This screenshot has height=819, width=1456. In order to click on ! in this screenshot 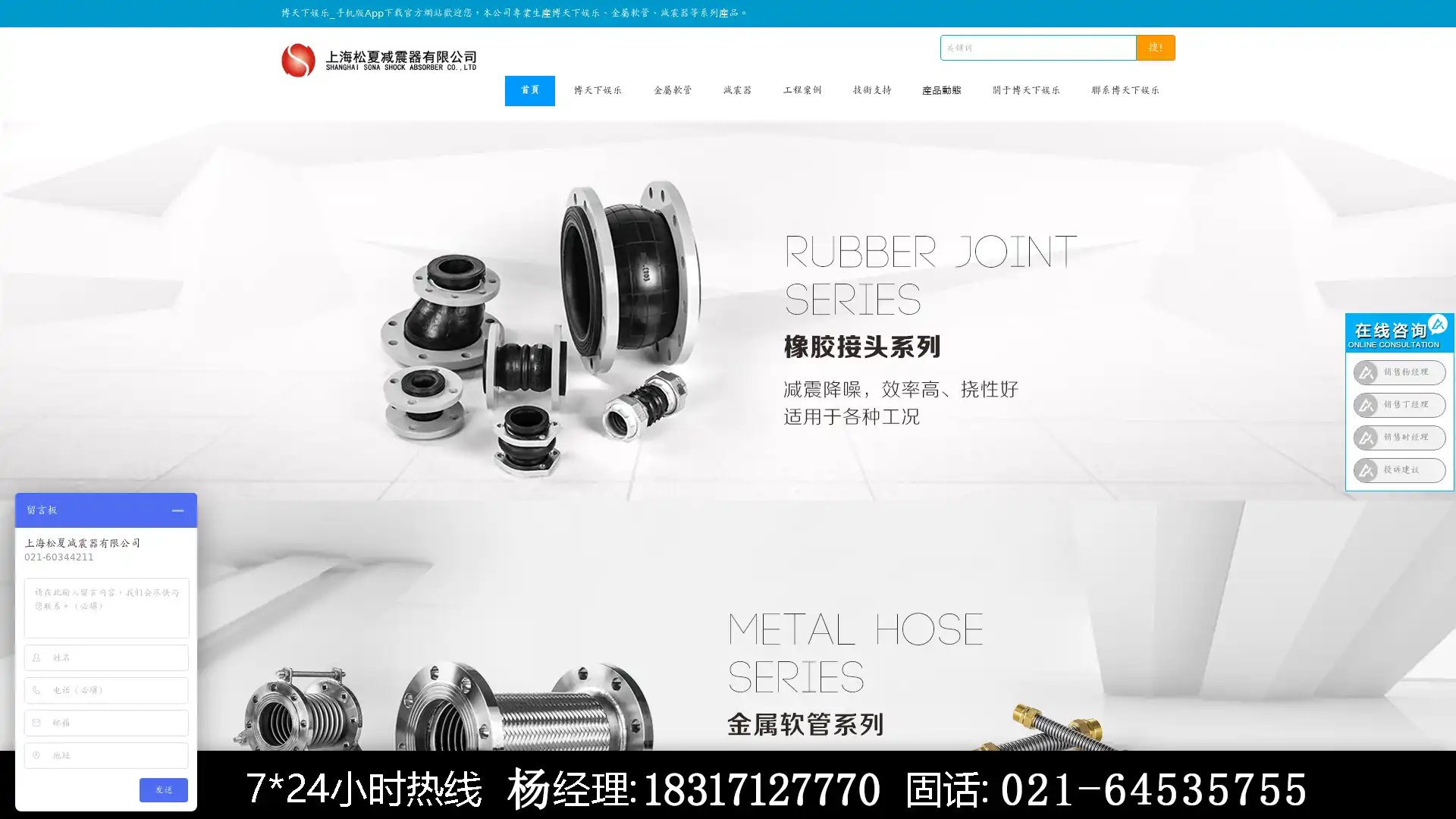, I will do `click(1155, 46)`.